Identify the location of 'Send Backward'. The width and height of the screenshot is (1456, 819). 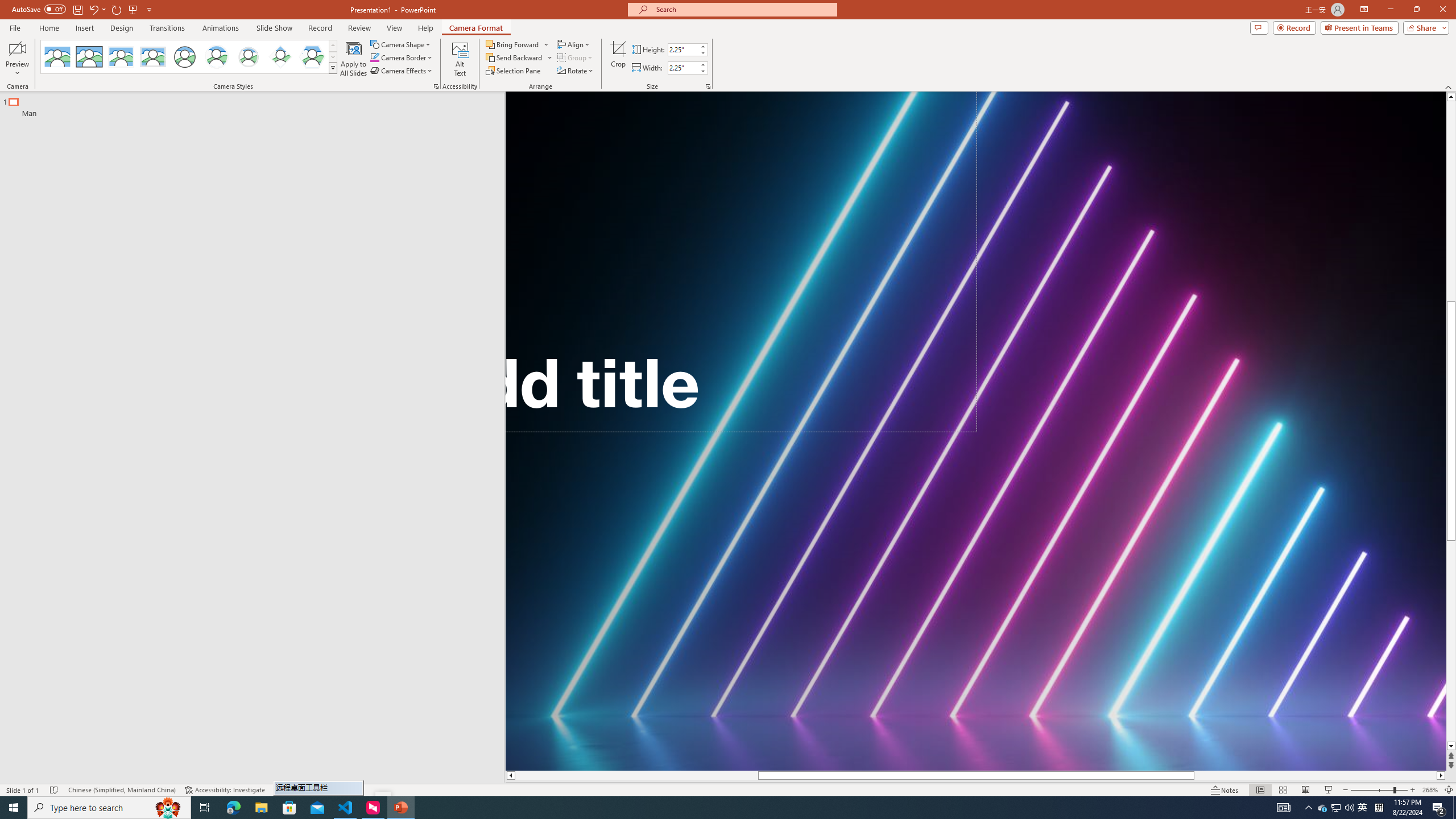
(514, 56).